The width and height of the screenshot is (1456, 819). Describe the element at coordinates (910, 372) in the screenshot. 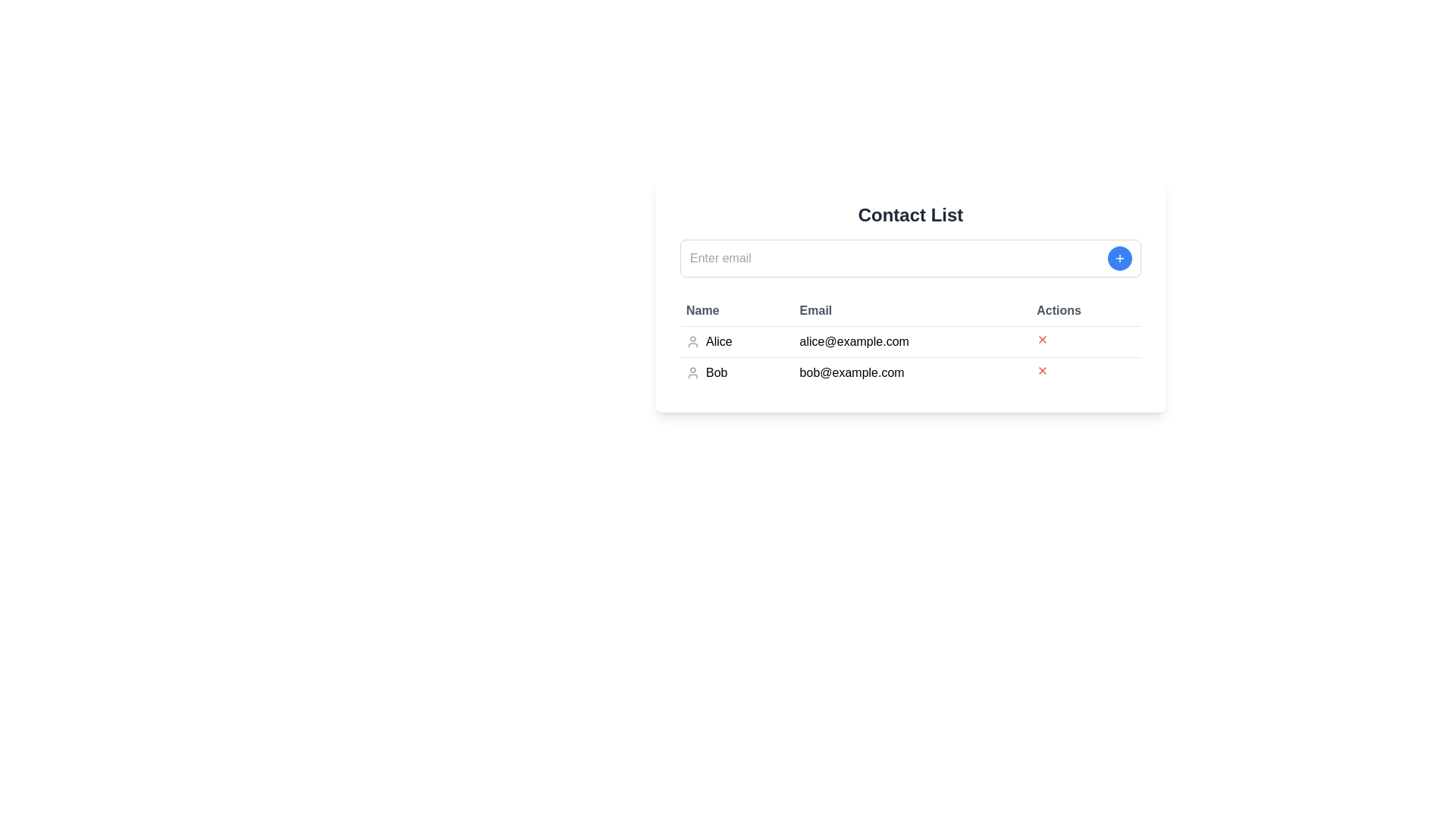

I see `the contact row displaying the contact's information for highlighting, located in the 'Contact List' table, specifically the second row after 'Alice'` at that location.